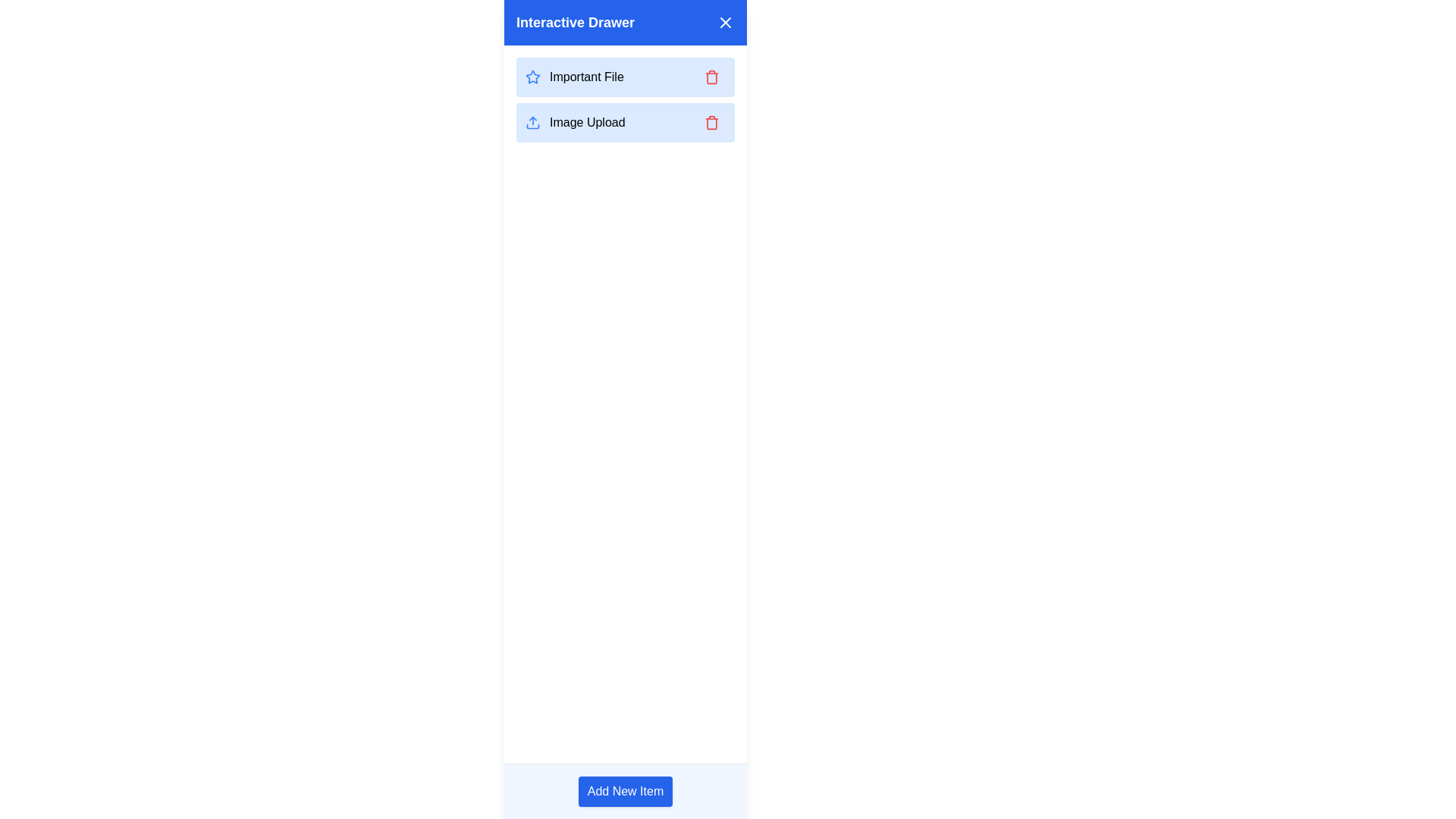 This screenshot has height=819, width=1456. I want to click on the star icon with a blue outline indicating importance, located in the 'Important File' entry in the interactive drawer, so click(532, 76).